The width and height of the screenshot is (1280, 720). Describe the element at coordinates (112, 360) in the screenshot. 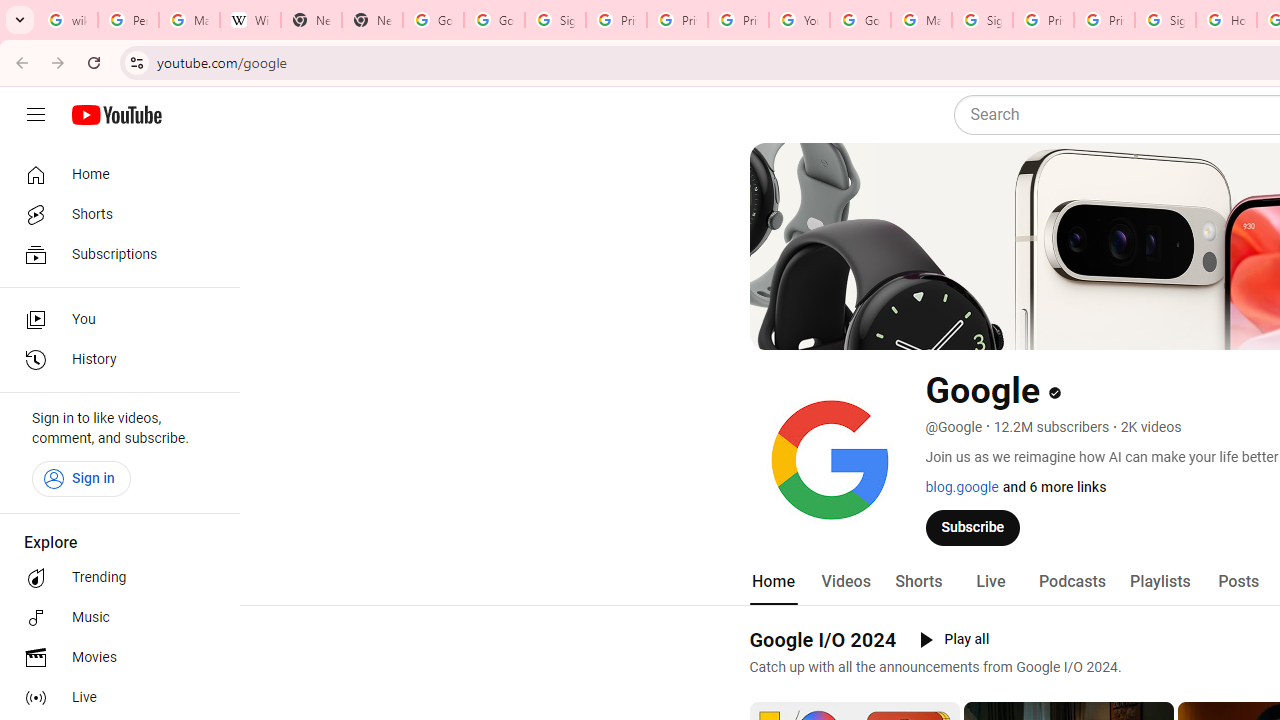

I see `'History'` at that location.